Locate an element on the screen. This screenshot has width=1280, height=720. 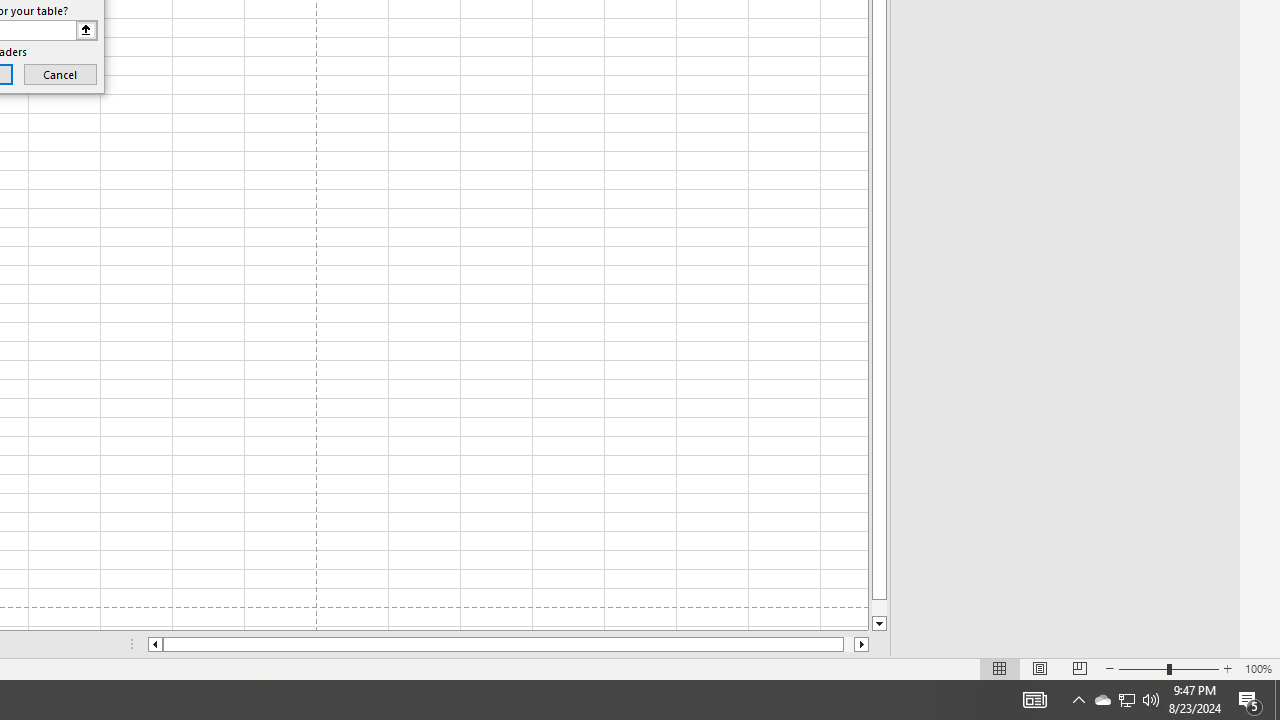
'Zoom' is located at coordinates (1168, 669).